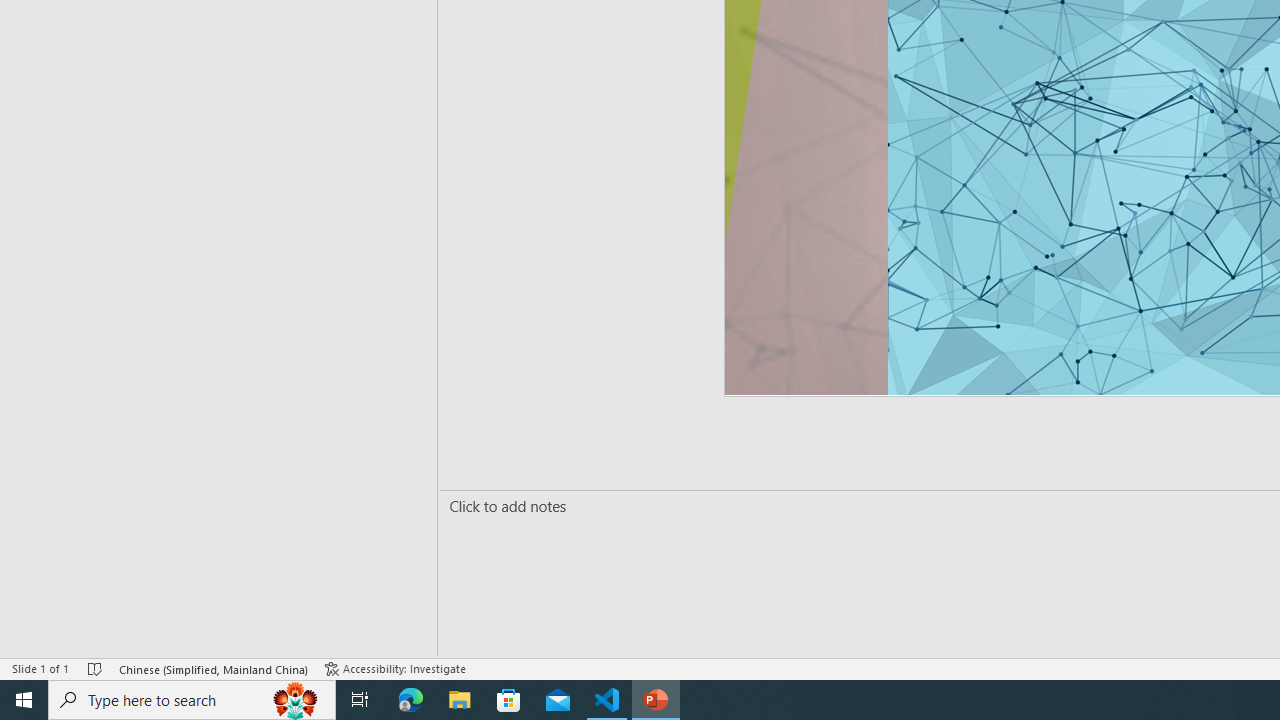 Image resolution: width=1280 pixels, height=720 pixels. I want to click on 'Spell Check No Errors', so click(95, 669).